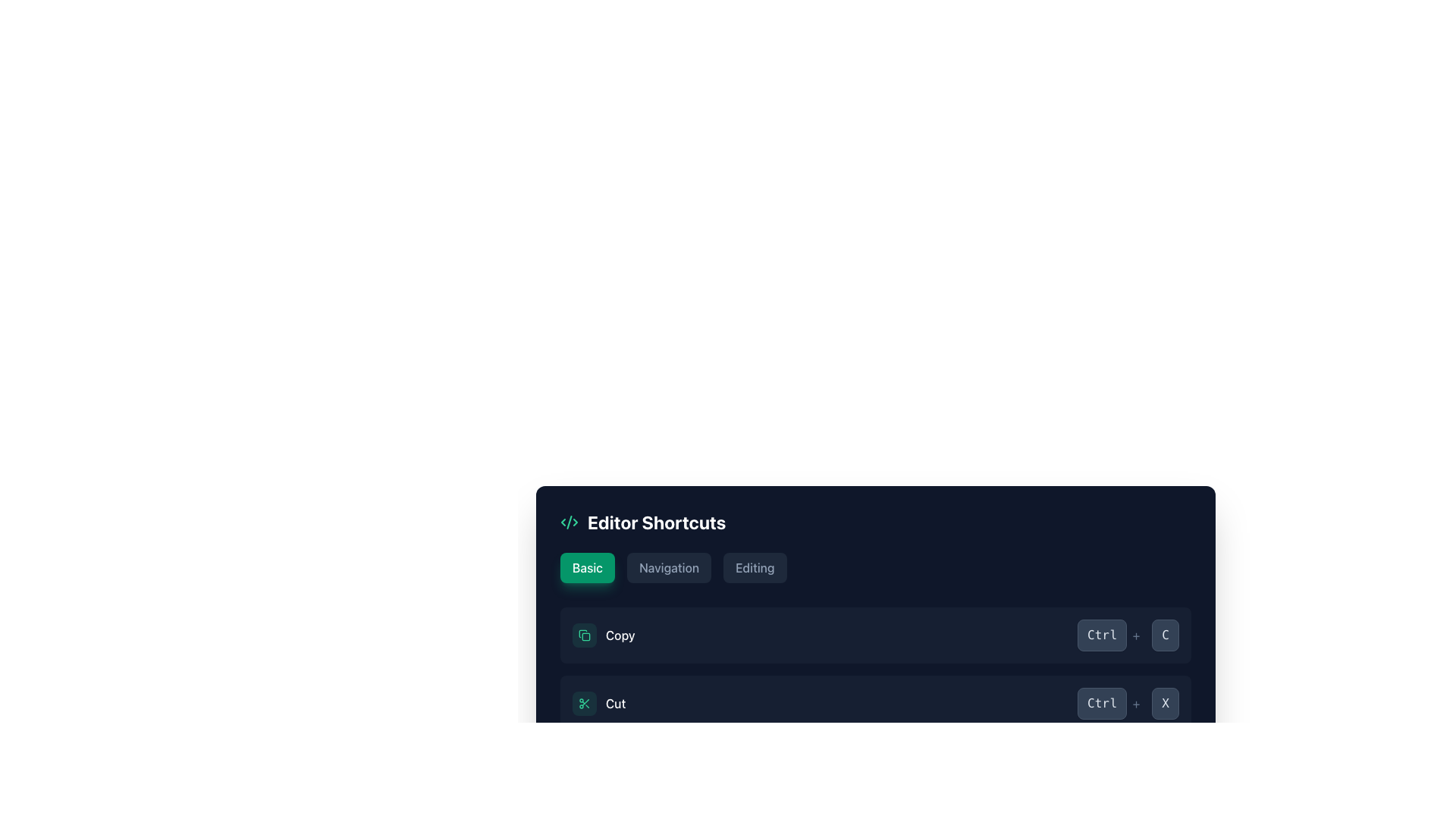 The width and height of the screenshot is (1456, 819). Describe the element at coordinates (1128, 635) in the screenshot. I see `the Keyboard shortcut display for 'Ctrl + C', which is located in the top-right portion of the panel, visually aligned with other shortcut key displays` at that location.